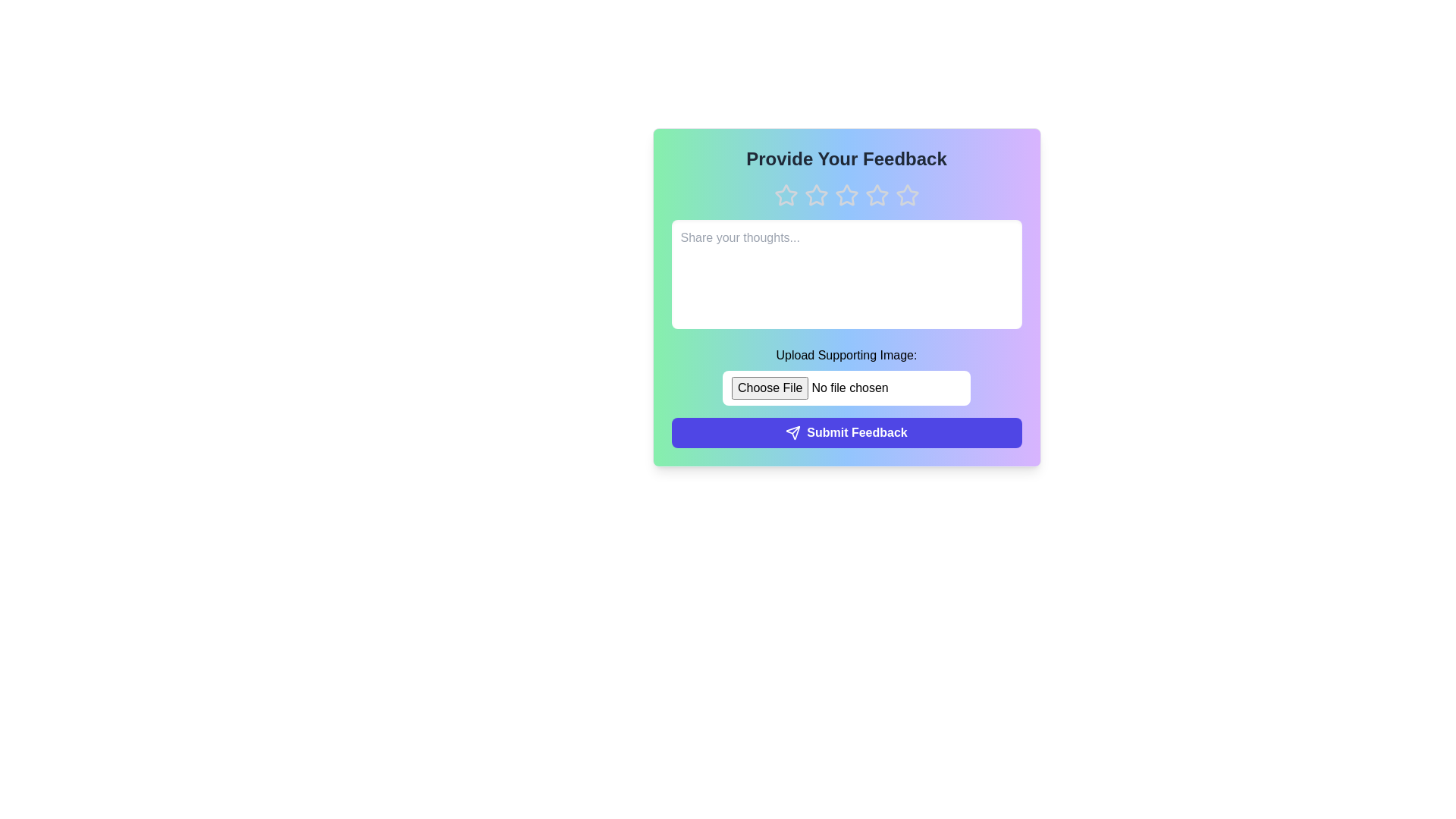 This screenshot has width=1456, height=819. Describe the element at coordinates (786, 195) in the screenshot. I see `the first star rating button located at the far left of the horizontal arrangement of five star icons in the feedback section` at that location.